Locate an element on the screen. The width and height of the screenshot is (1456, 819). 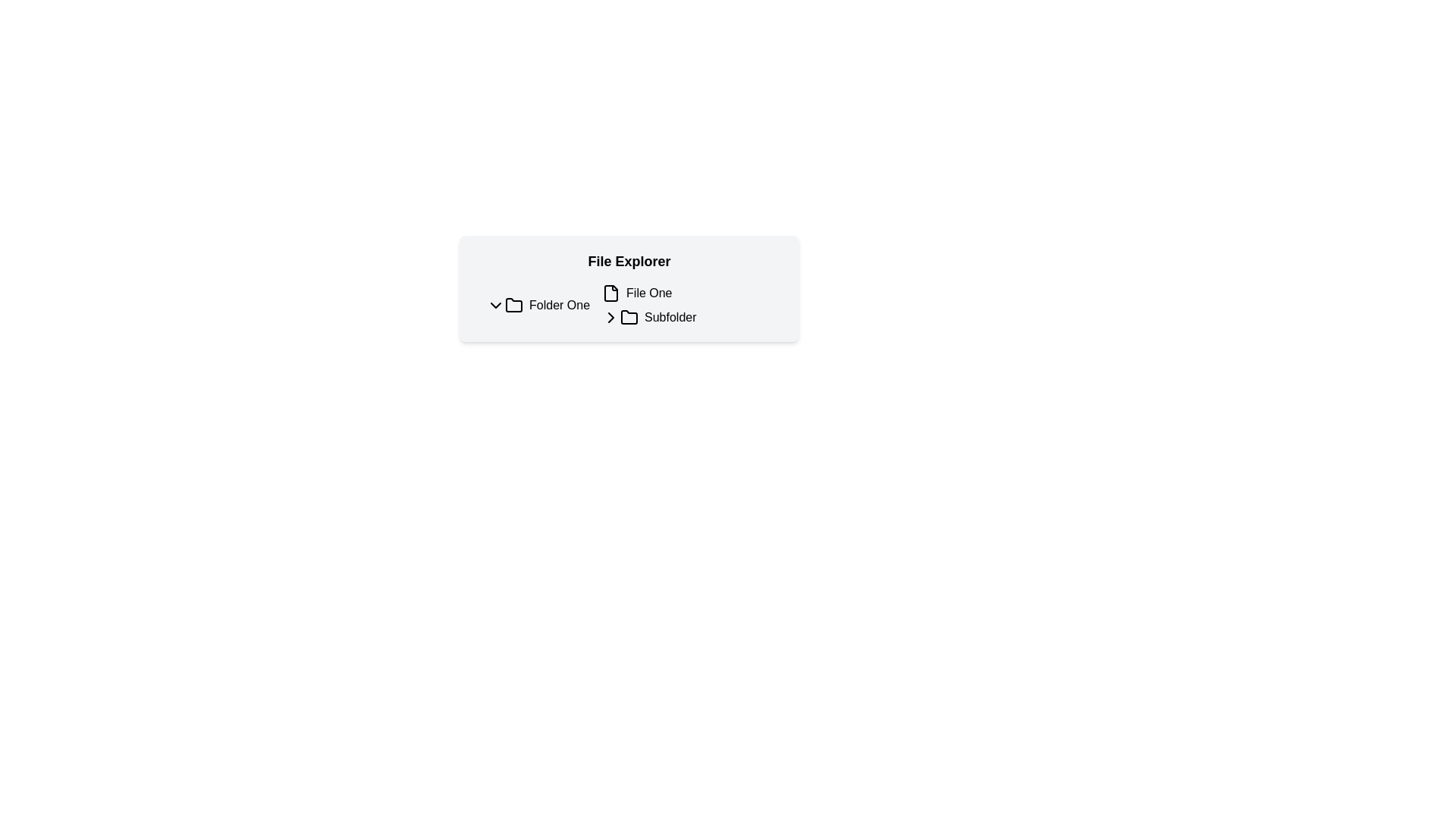
the small folder-shaped icon representing a directory under the label 'Subfolder' in the file explorer UI is located at coordinates (629, 316).